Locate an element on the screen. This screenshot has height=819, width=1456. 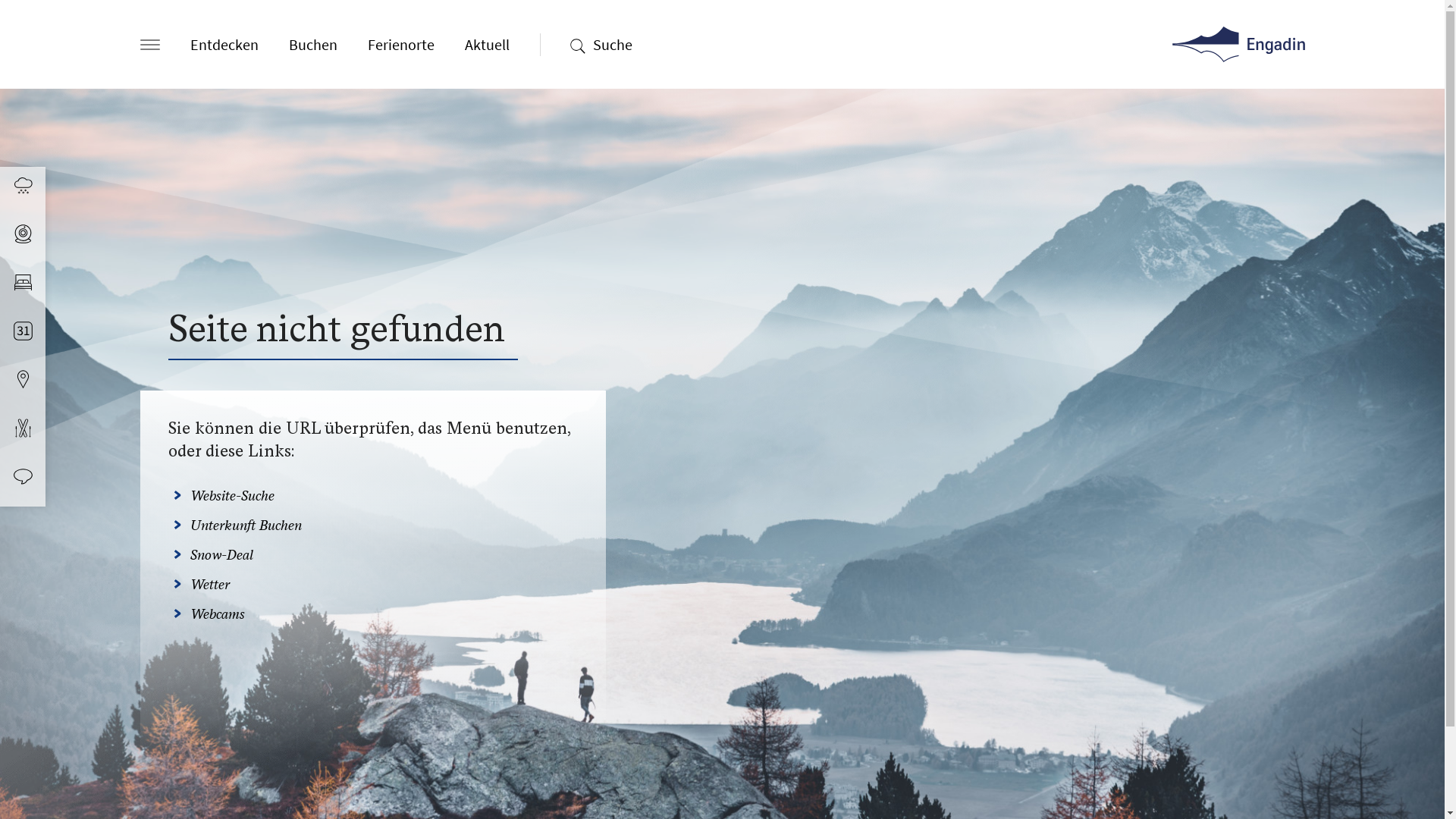
'Suche' is located at coordinates (612, 43).